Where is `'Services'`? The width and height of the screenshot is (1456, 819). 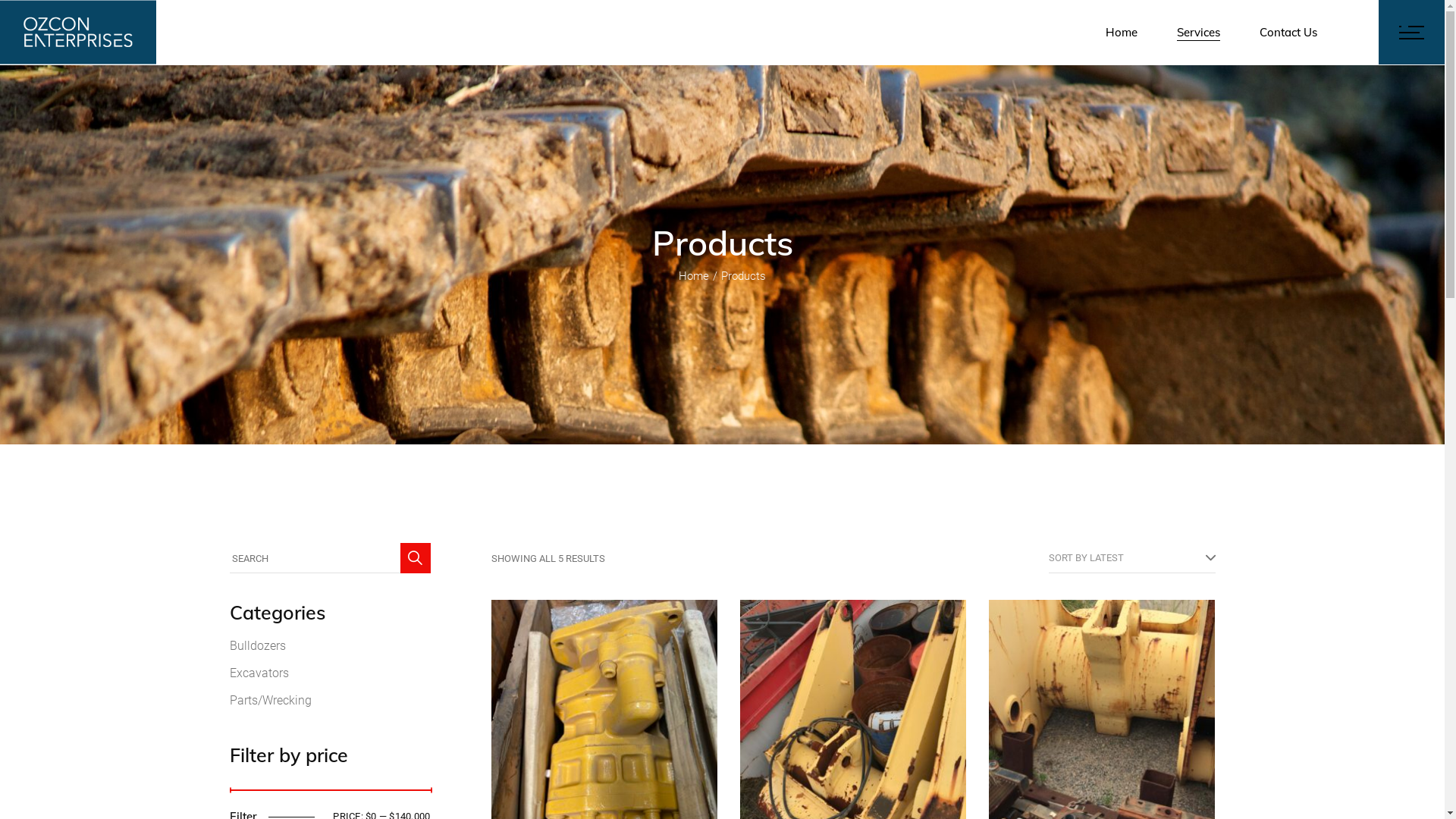
'Services' is located at coordinates (1197, 32).